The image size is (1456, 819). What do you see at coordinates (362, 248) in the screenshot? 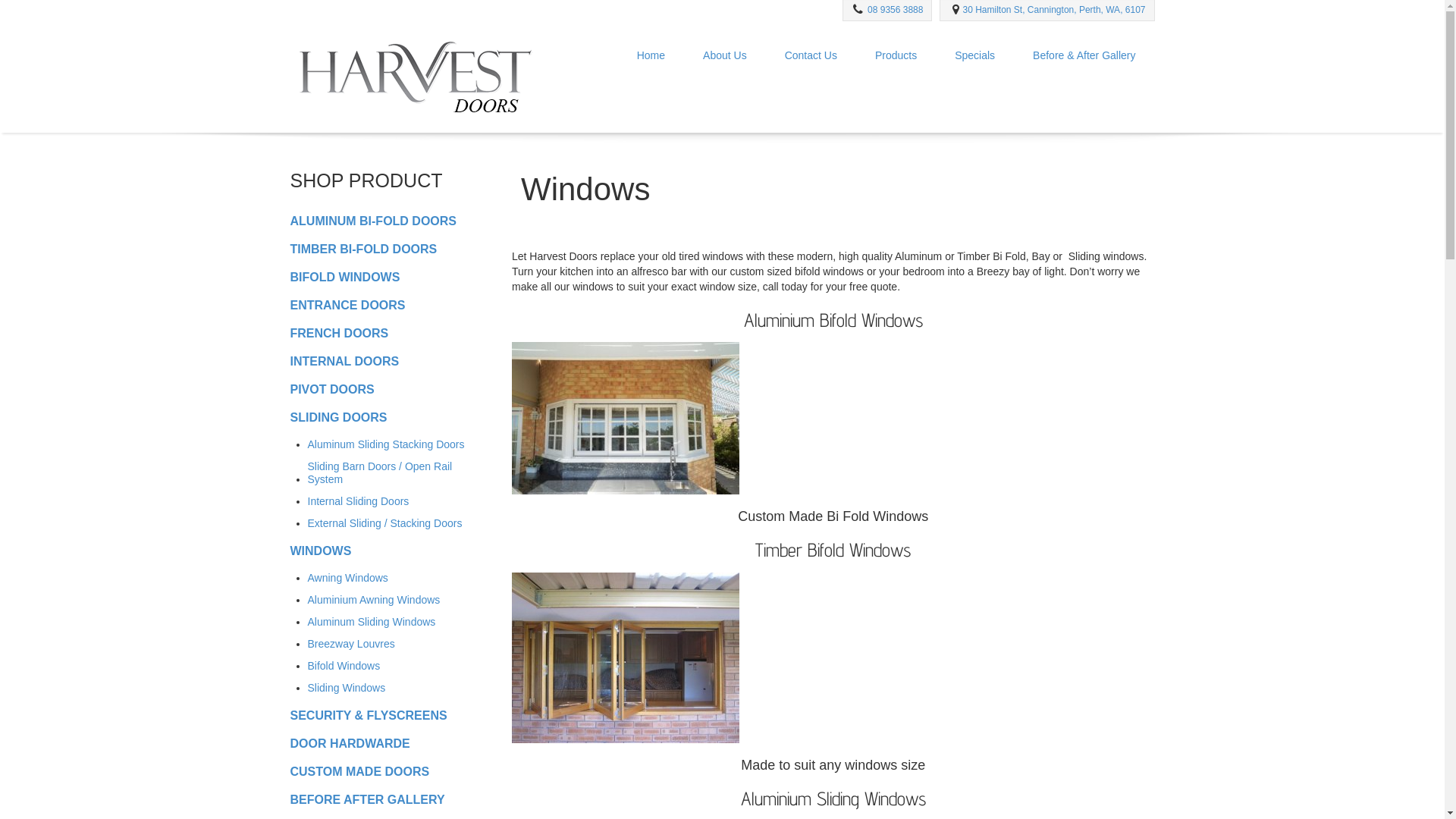
I see `'TIMBER BI-FOLD DOORS'` at bounding box center [362, 248].